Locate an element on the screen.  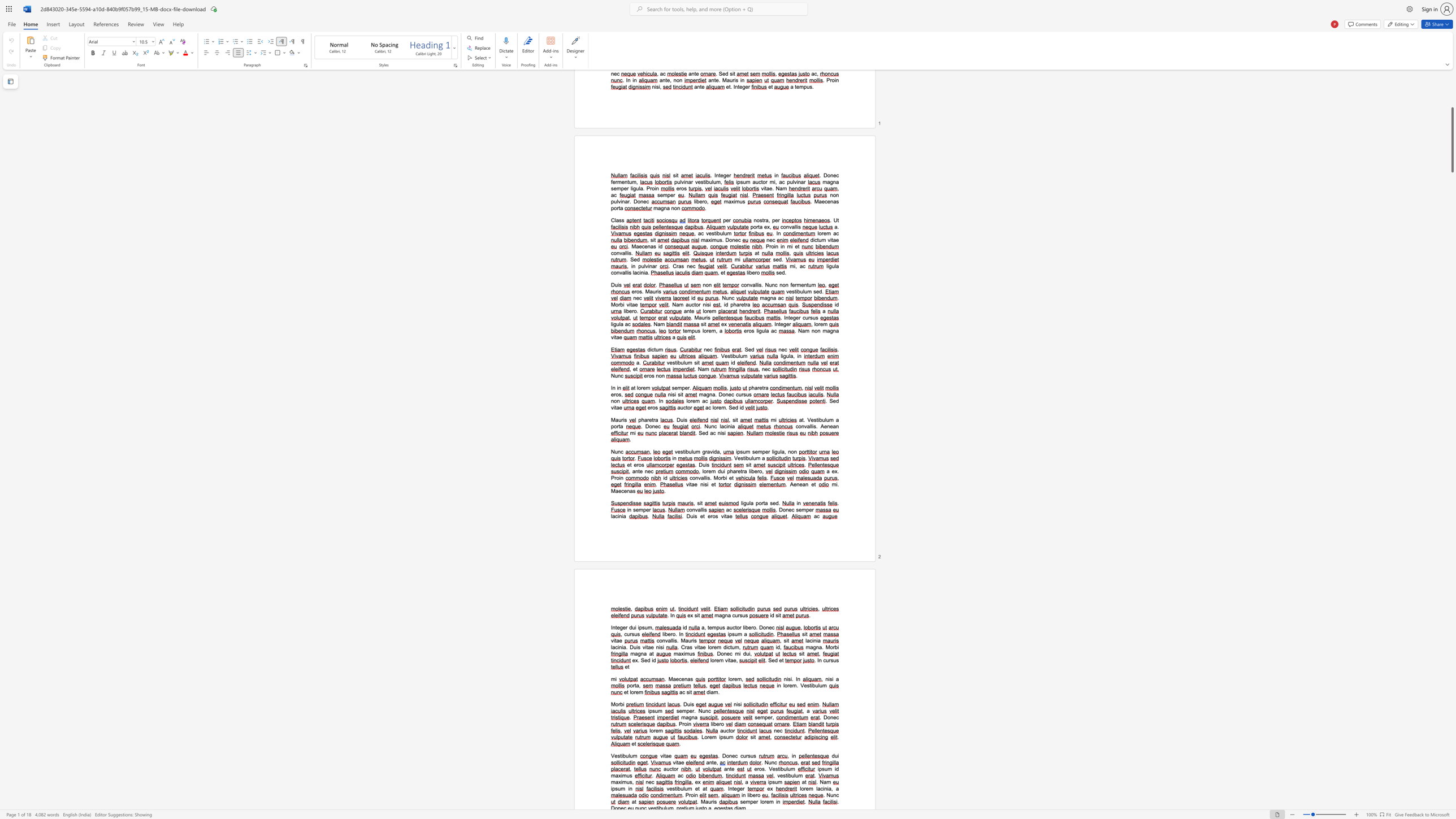
the 1th character "r" in the text is located at coordinates (740, 627).